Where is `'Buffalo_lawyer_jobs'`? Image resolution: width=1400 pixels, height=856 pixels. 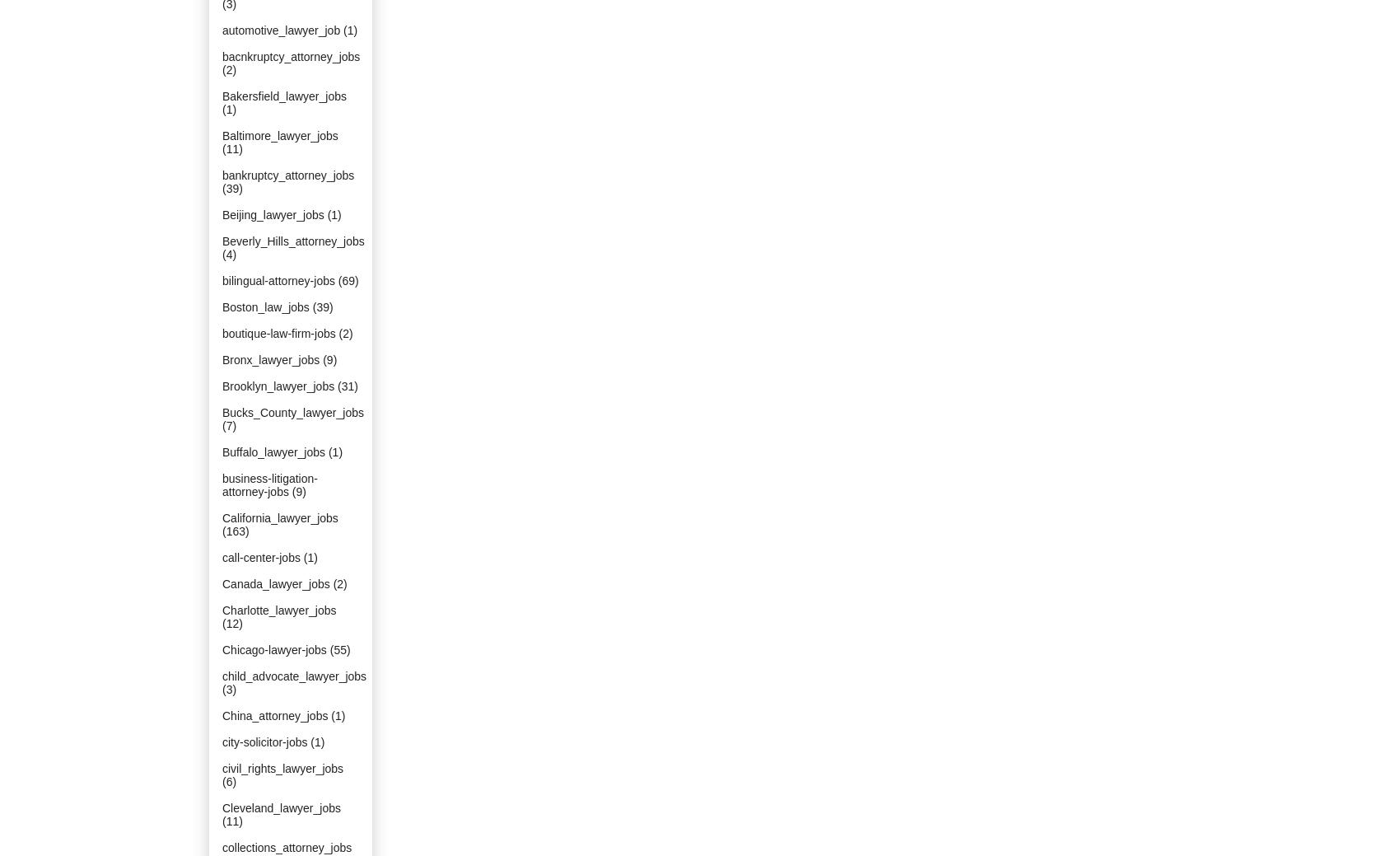 'Buffalo_lawyer_jobs' is located at coordinates (273, 452).